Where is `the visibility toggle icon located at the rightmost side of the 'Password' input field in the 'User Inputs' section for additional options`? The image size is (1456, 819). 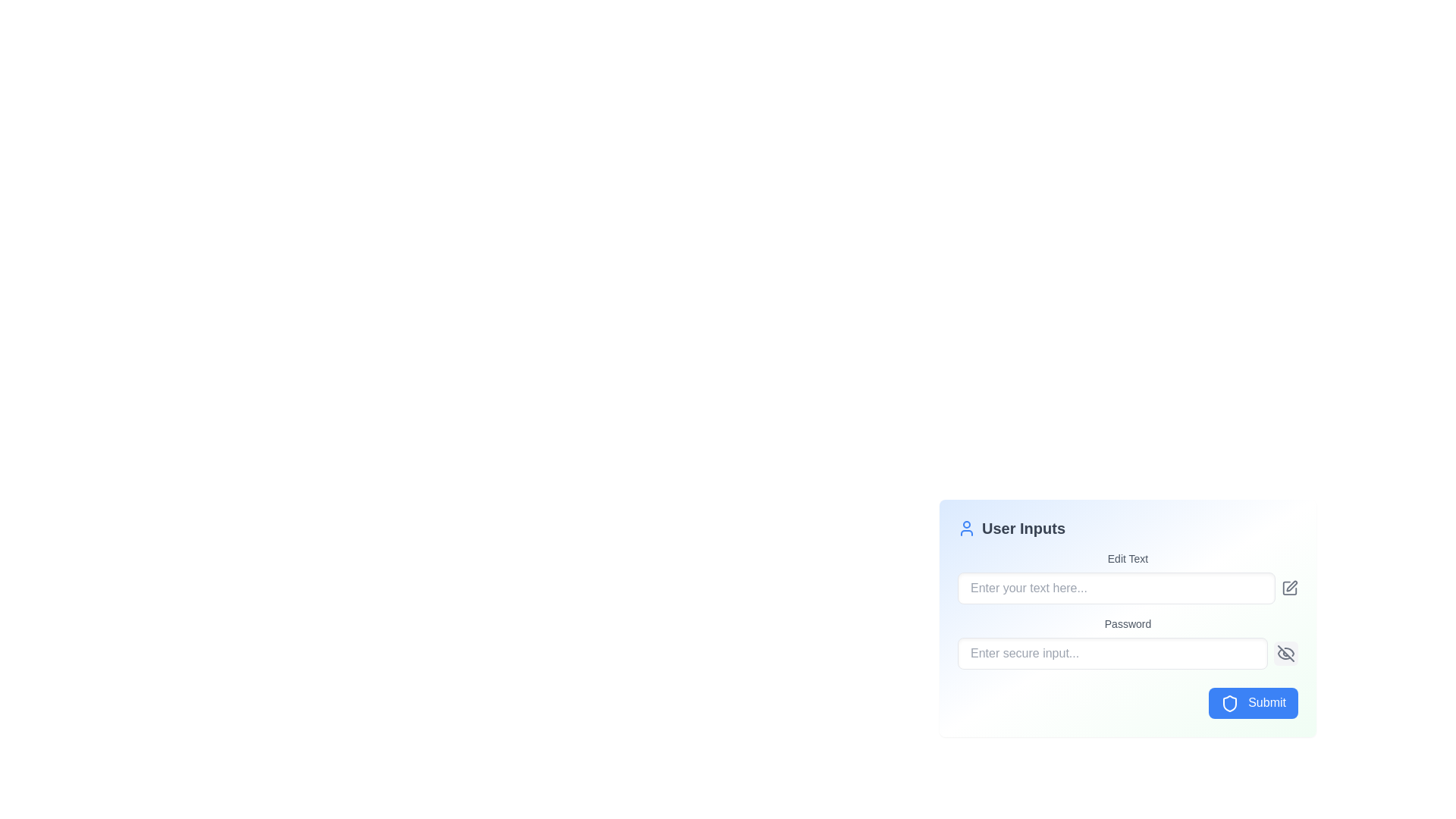
the visibility toggle icon located at the rightmost side of the 'Password' input field in the 'User Inputs' section for additional options is located at coordinates (1285, 652).